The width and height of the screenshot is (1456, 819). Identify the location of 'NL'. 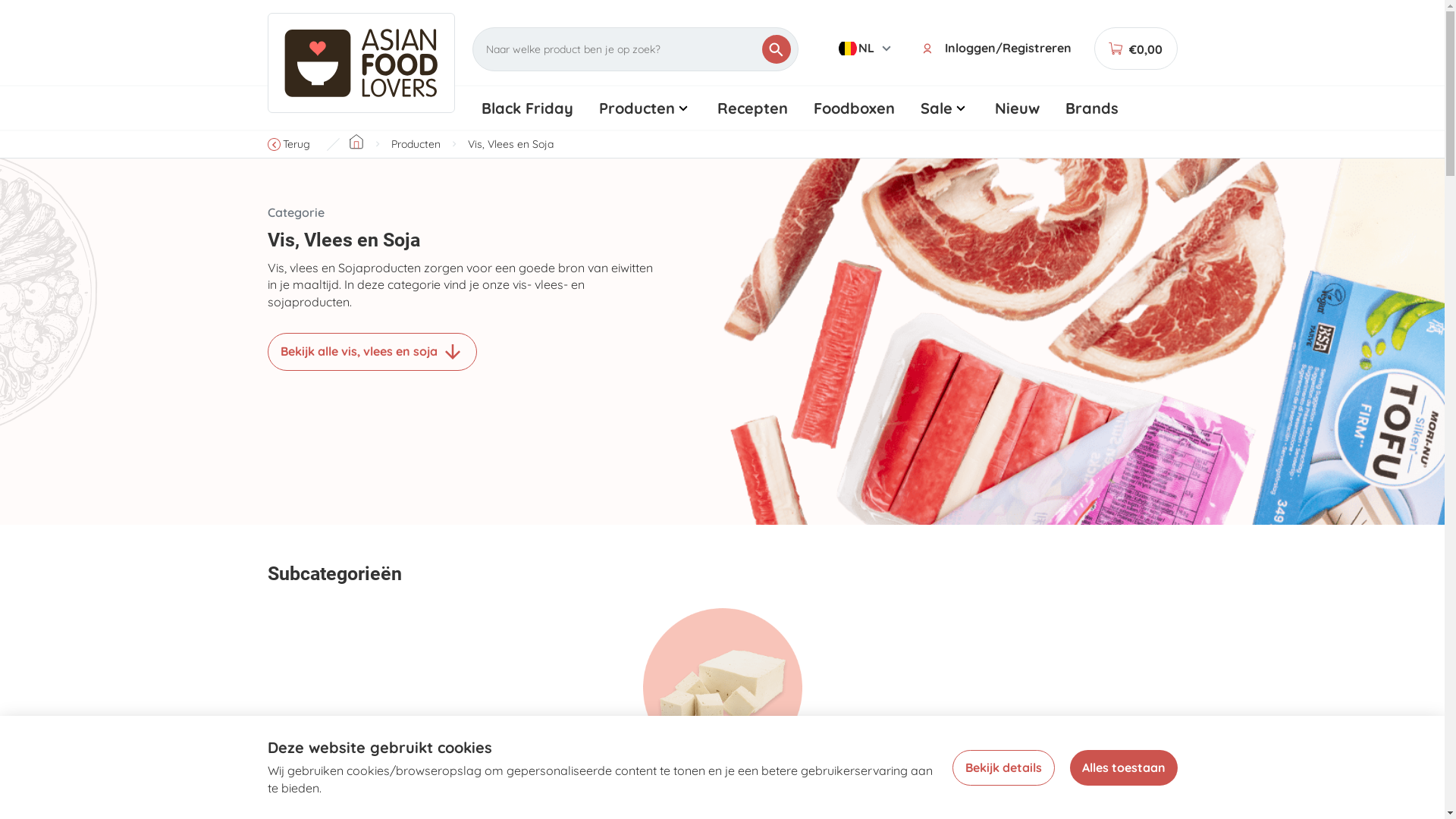
(866, 48).